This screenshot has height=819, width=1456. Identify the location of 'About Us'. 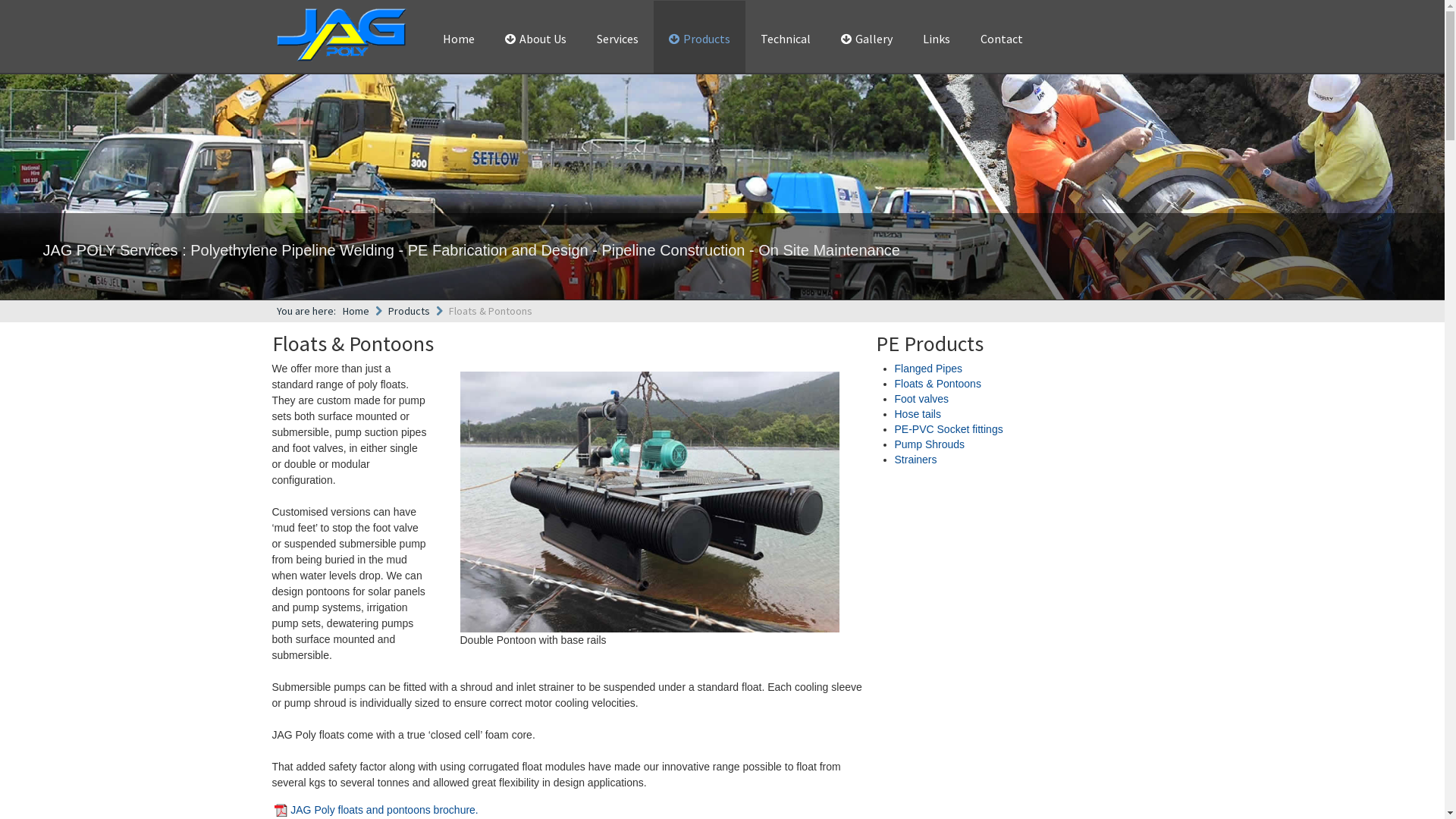
(535, 38).